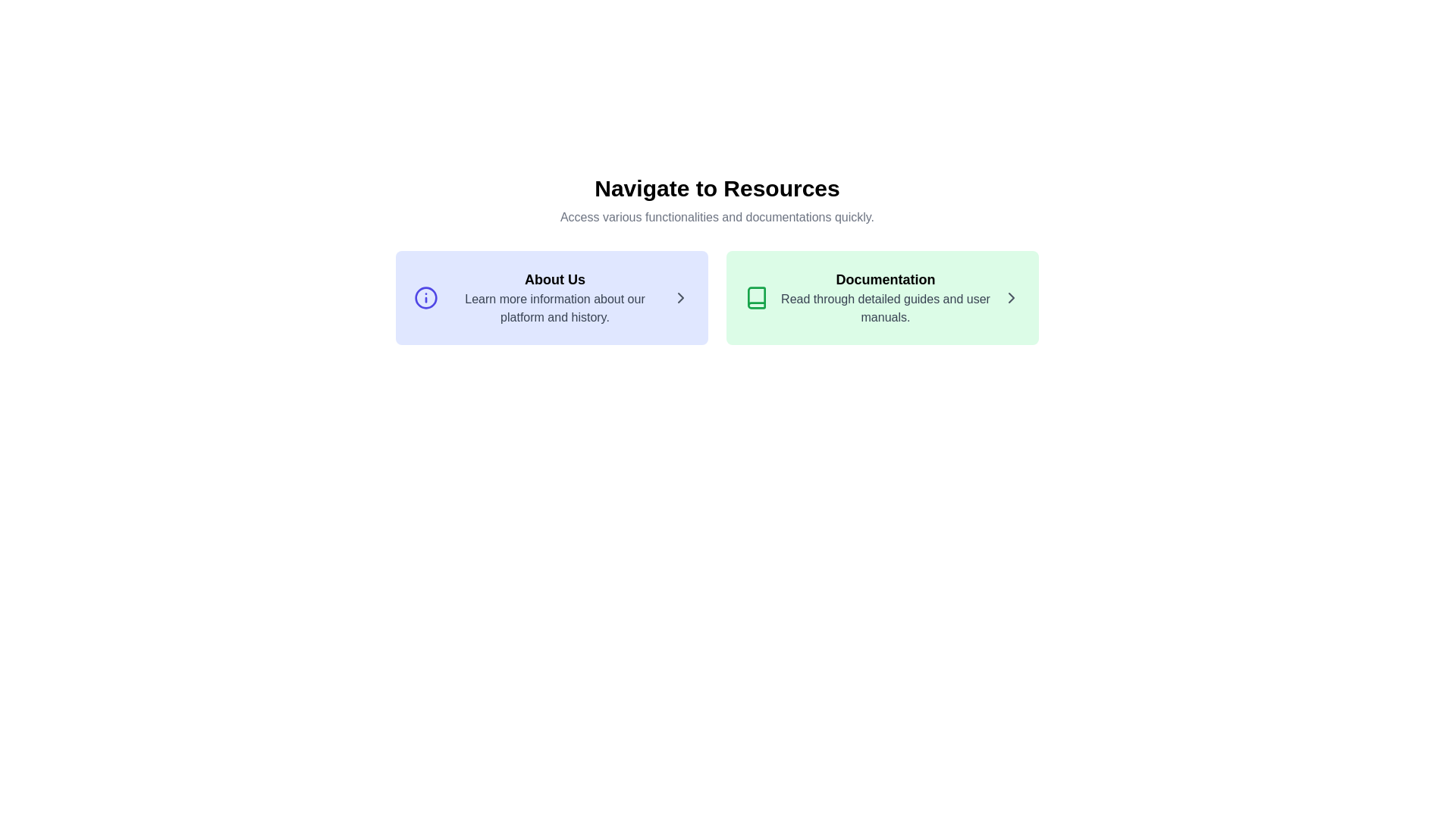  I want to click on the 'Documentation' text label that is styled in black, bold font and located at the top center of a green-bordered rectangular section, so click(885, 280).